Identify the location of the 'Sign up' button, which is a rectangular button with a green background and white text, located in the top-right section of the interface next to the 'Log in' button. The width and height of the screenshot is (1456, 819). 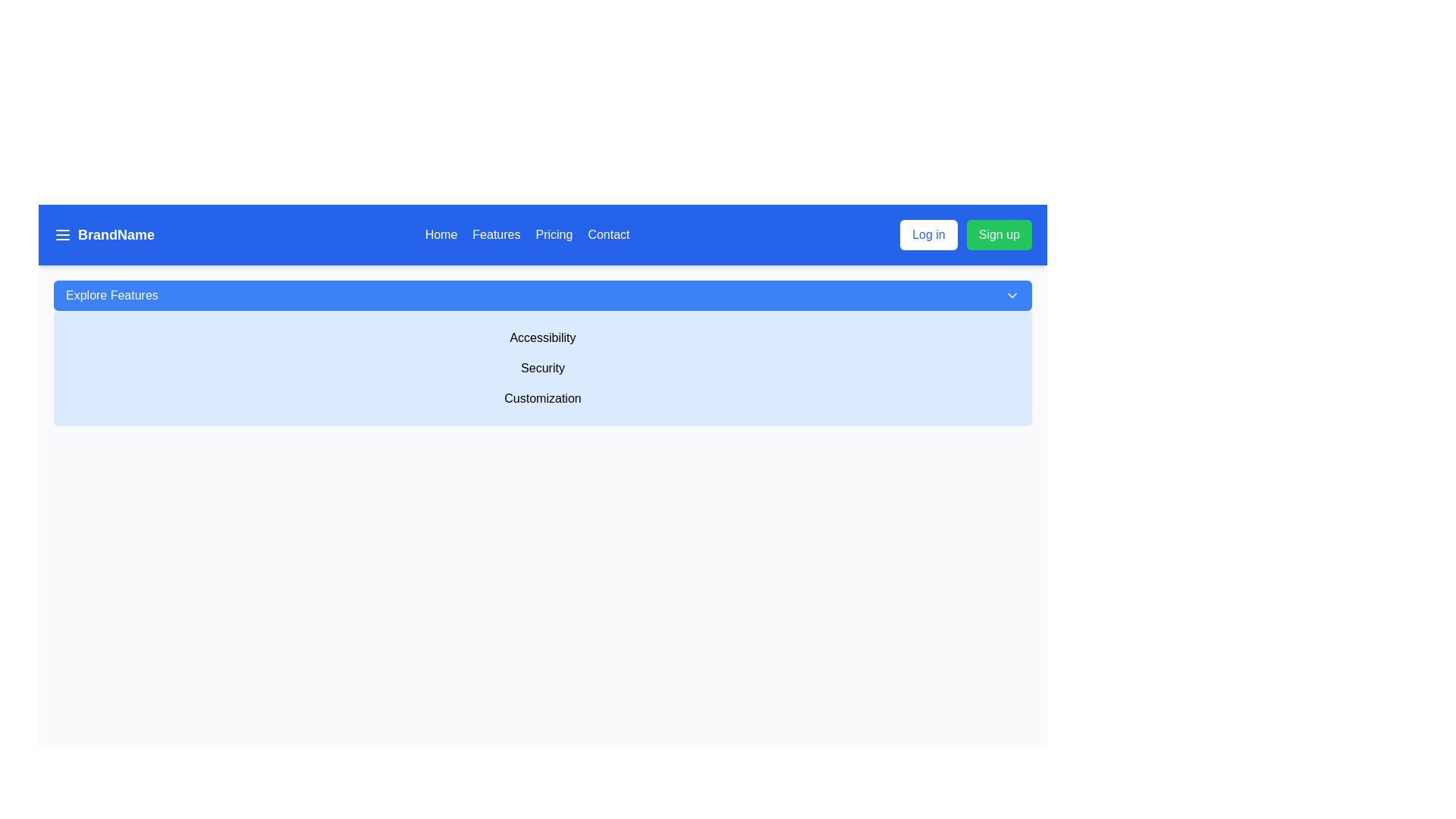
(999, 234).